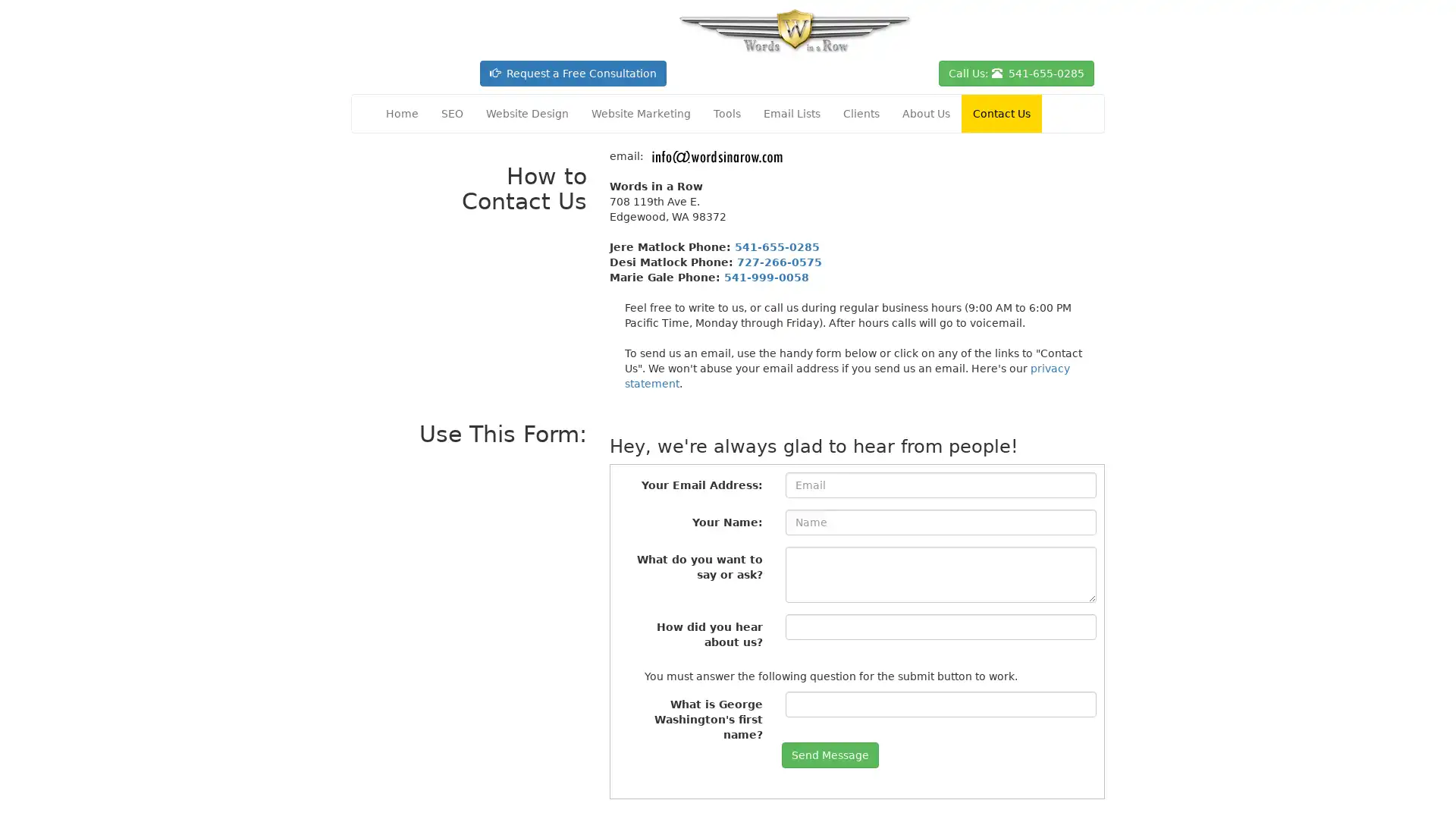 This screenshot has height=819, width=1456. What do you see at coordinates (829, 755) in the screenshot?
I see `Send Message` at bounding box center [829, 755].